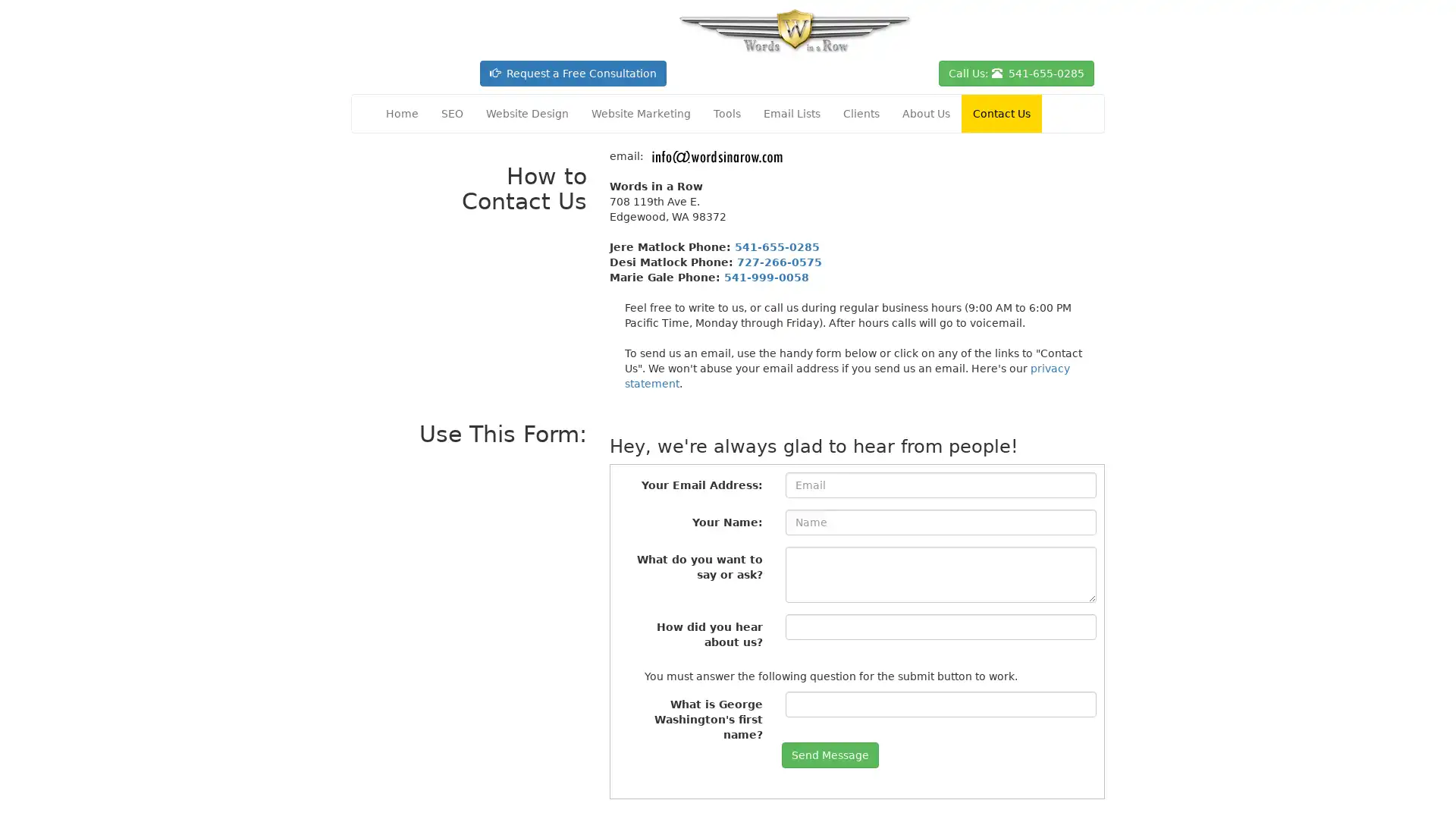 This screenshot has height=819, width=1456. What do you see at coordinates (829, 755) in the screenshot?
I see `Send Message` at bounding box center [829, 755].